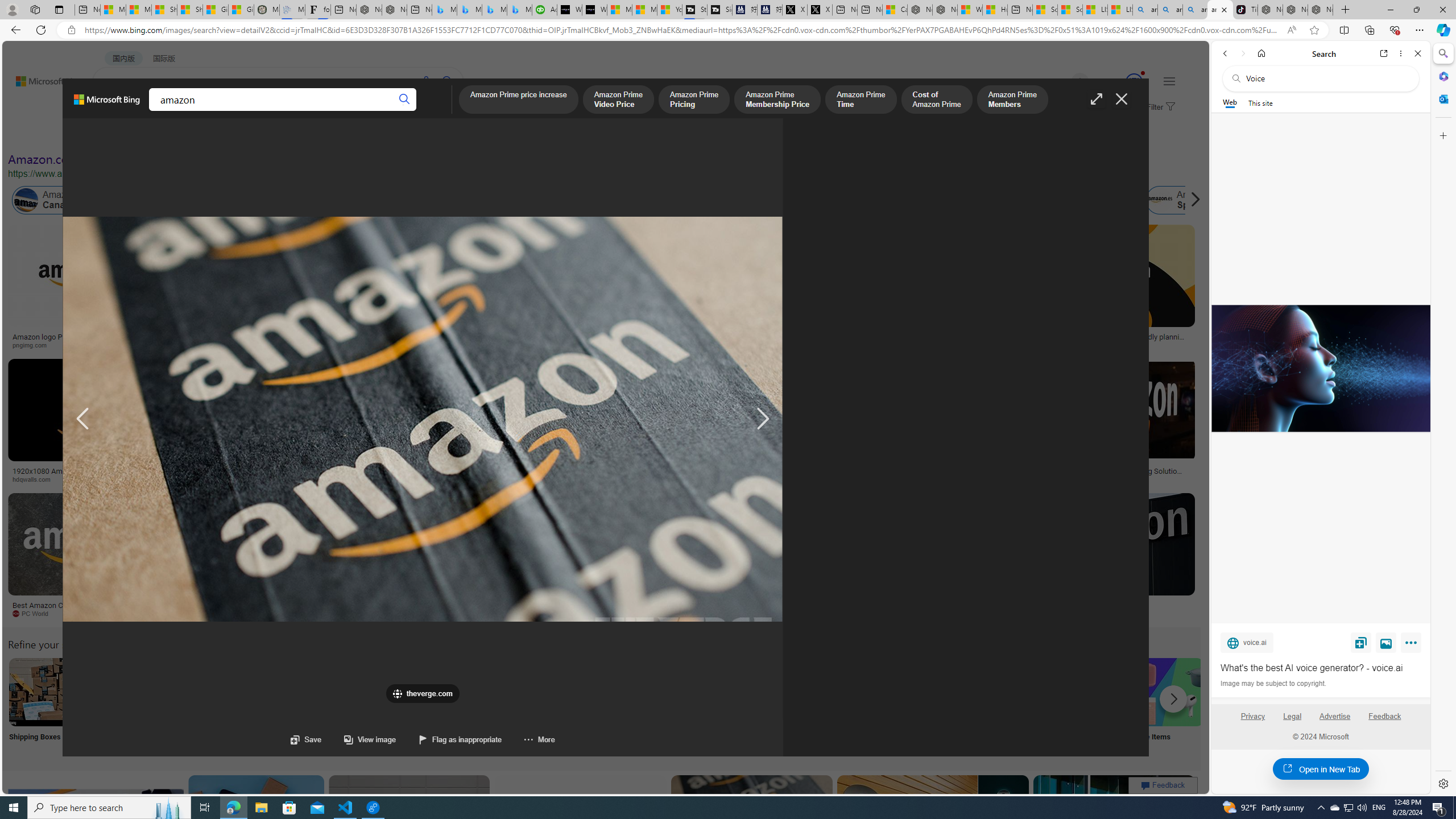 This screenshot has height=819, width=1456. Describe the element at coordinates (1183, 200) in the screenshot. I see `'Amazon Spain'` at that location.